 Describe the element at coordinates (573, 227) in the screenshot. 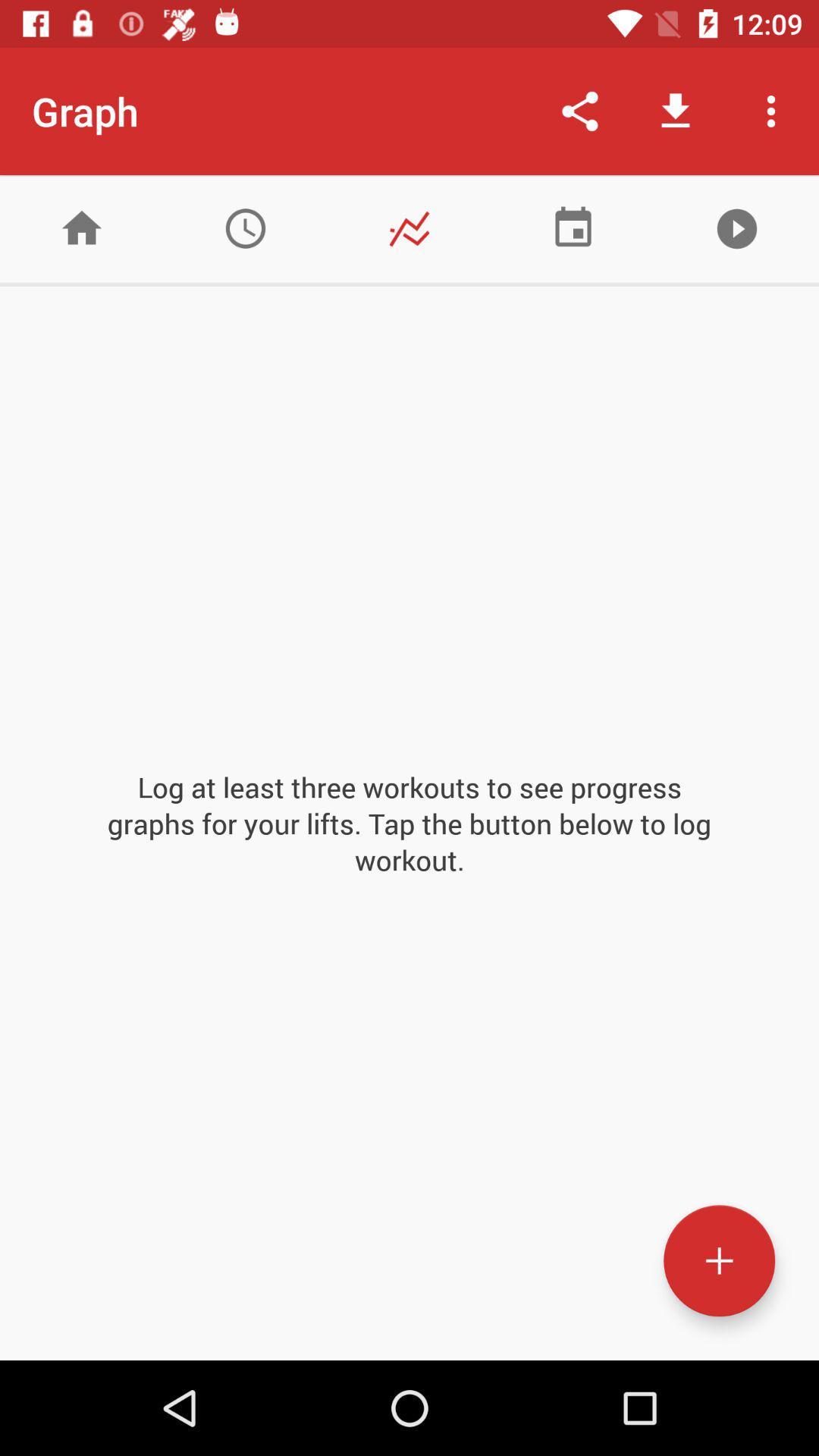

I see `calendar` at that location.